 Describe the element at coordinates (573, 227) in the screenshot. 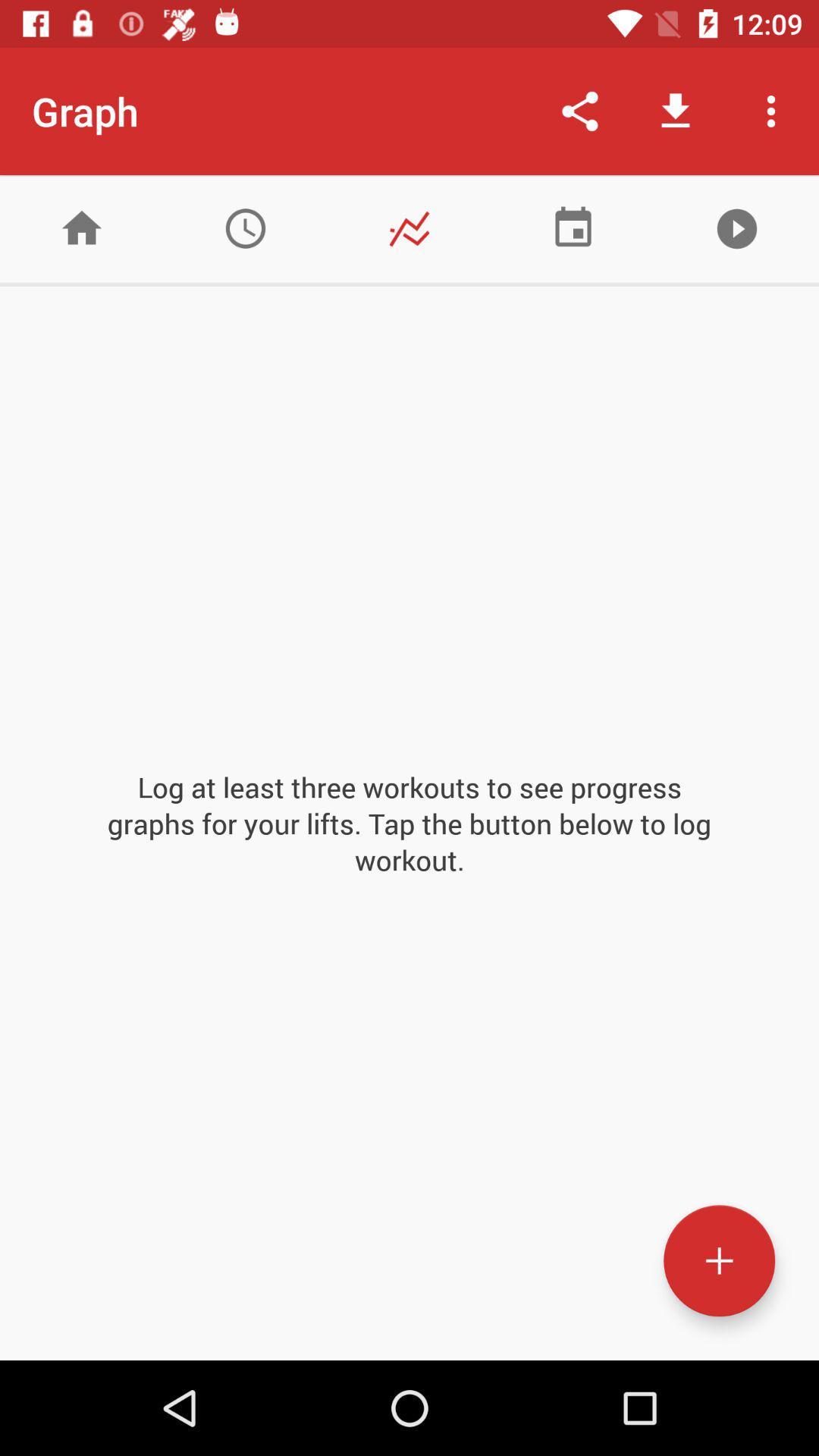

I see `calendar` at that location.